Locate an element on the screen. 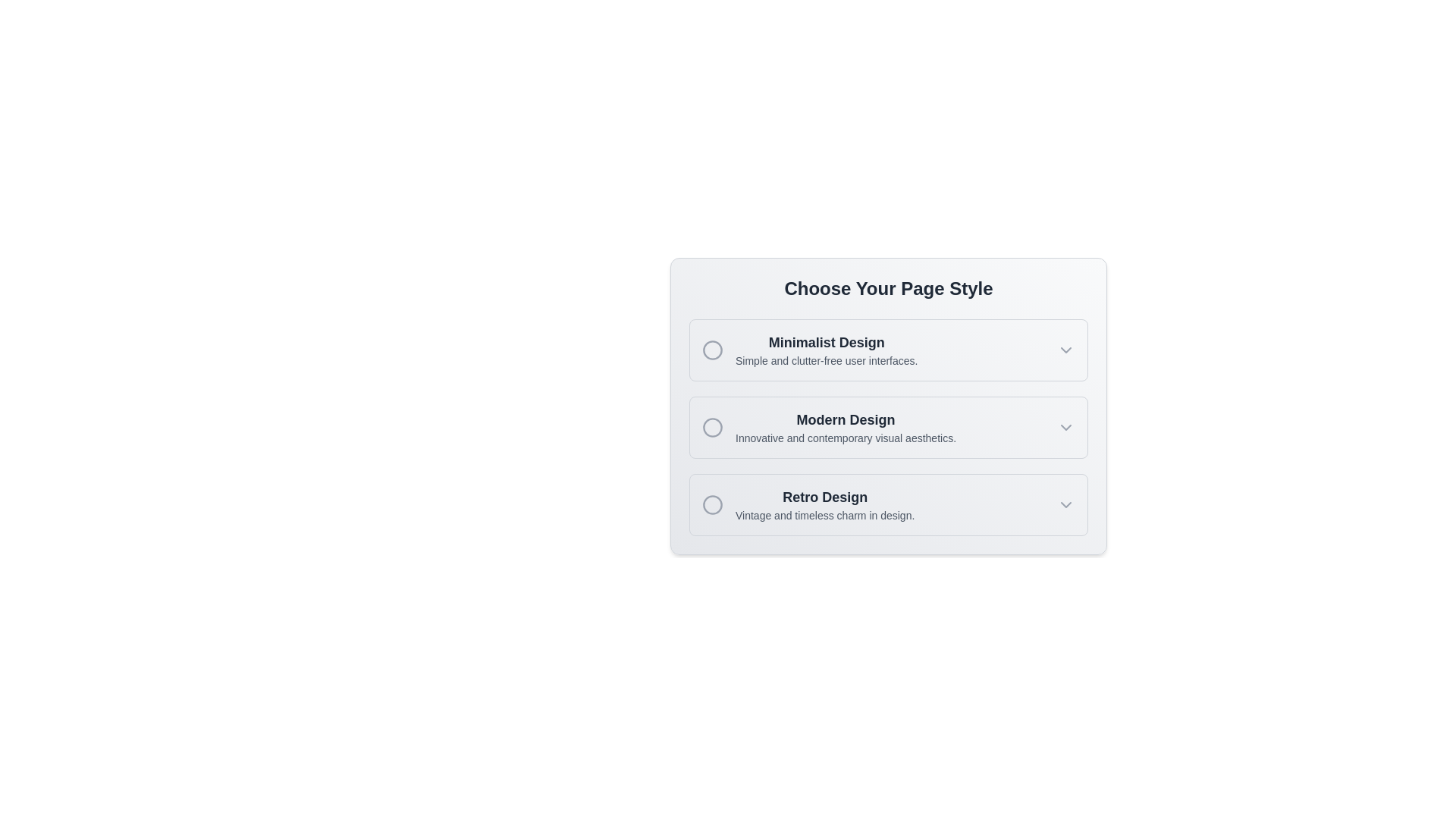 The width and height of the screenshot is (1456, 819). the 'Retro Design' radio button located in the 'Choose Your Page Style' section to trigger hover effects is located at coordinates (712, 505).